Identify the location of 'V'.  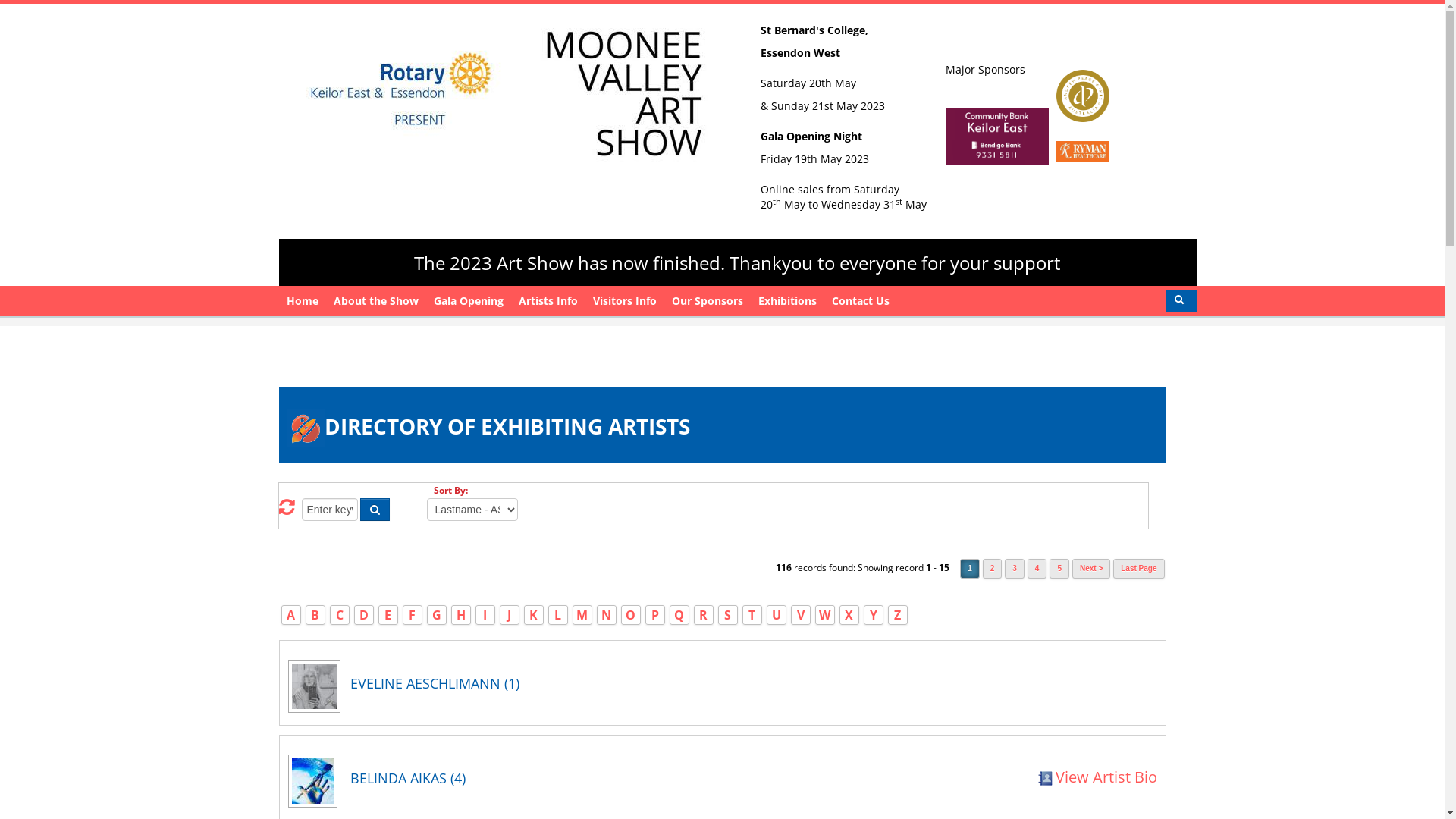
(799, 614).